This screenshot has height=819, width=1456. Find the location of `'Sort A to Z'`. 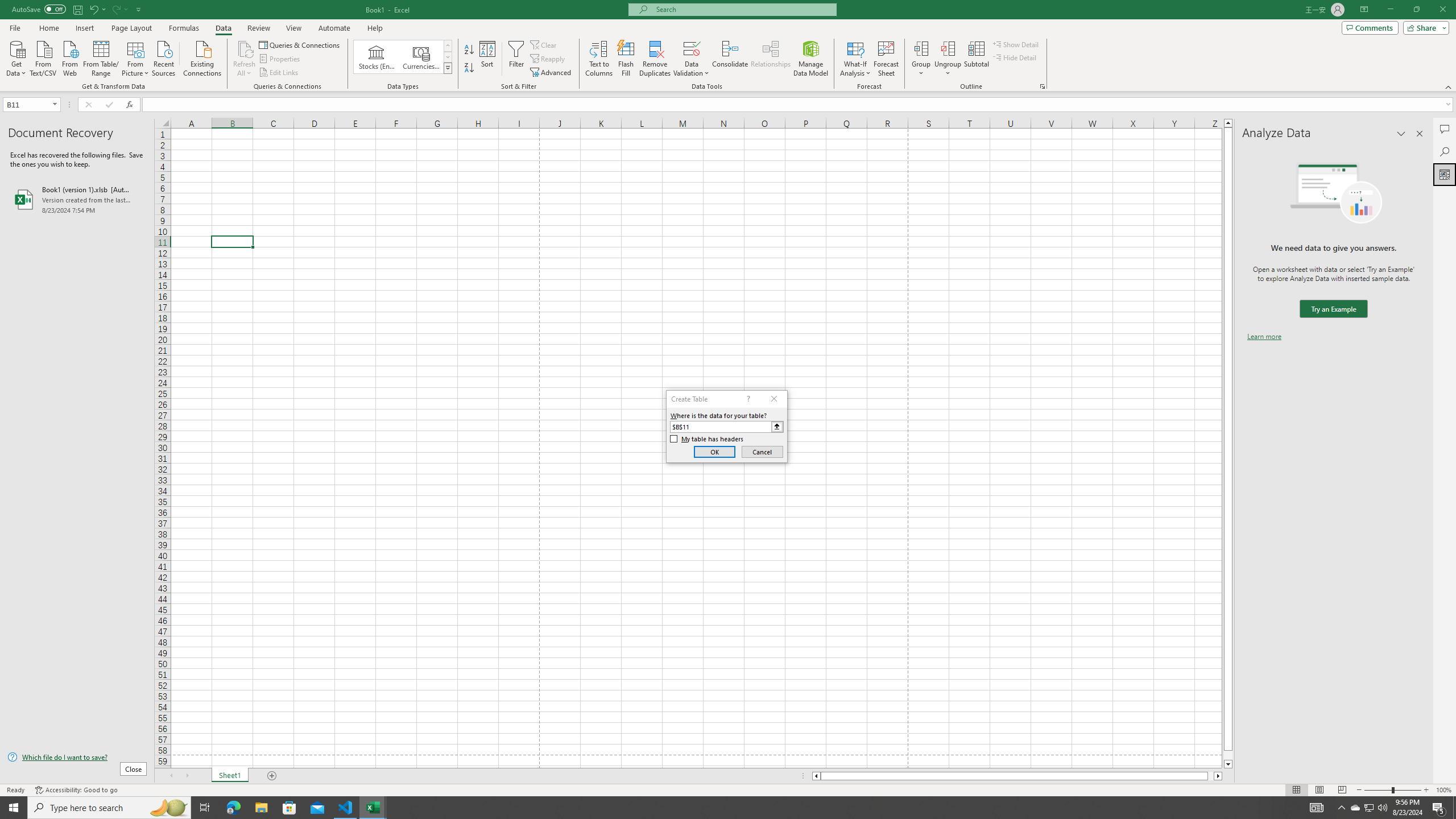

'Sort A to Z' is located at coordinates (469, 49).